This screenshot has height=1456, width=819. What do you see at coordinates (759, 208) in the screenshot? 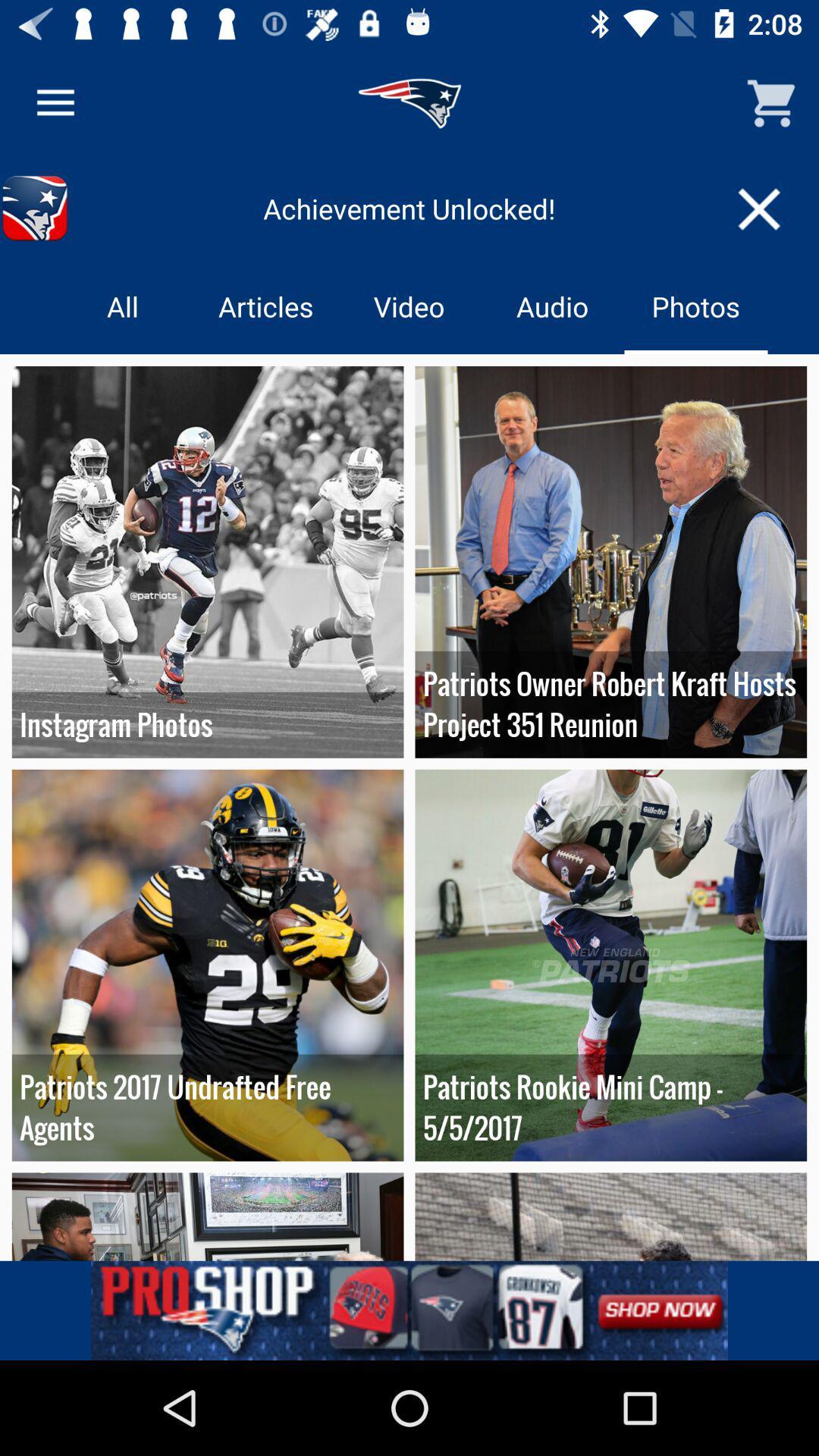
I see `the close icon` at bounding box center [759, 208].